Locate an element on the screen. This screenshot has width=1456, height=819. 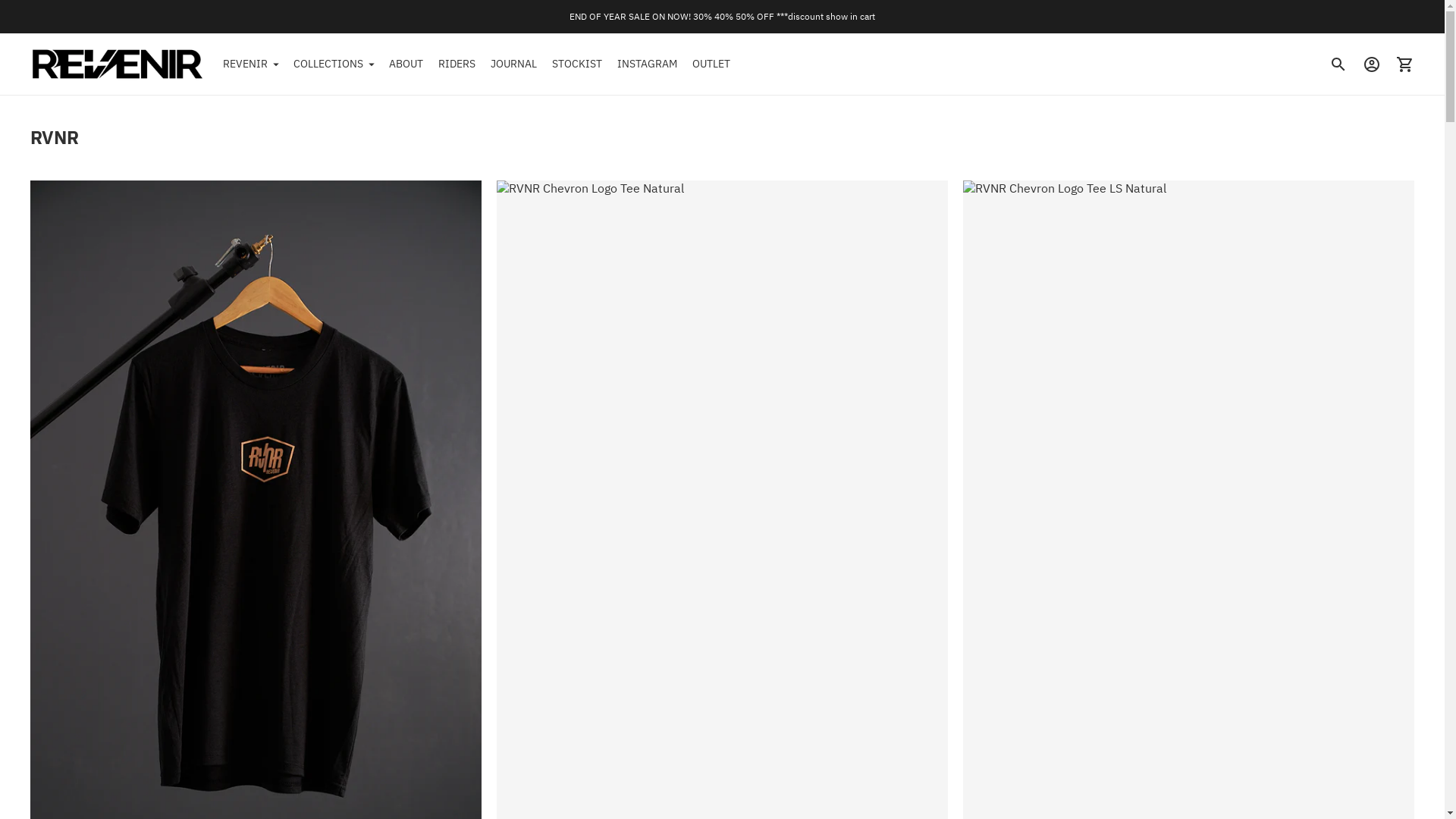
'COLLECTIONS' is located at coordinates (333, 63).